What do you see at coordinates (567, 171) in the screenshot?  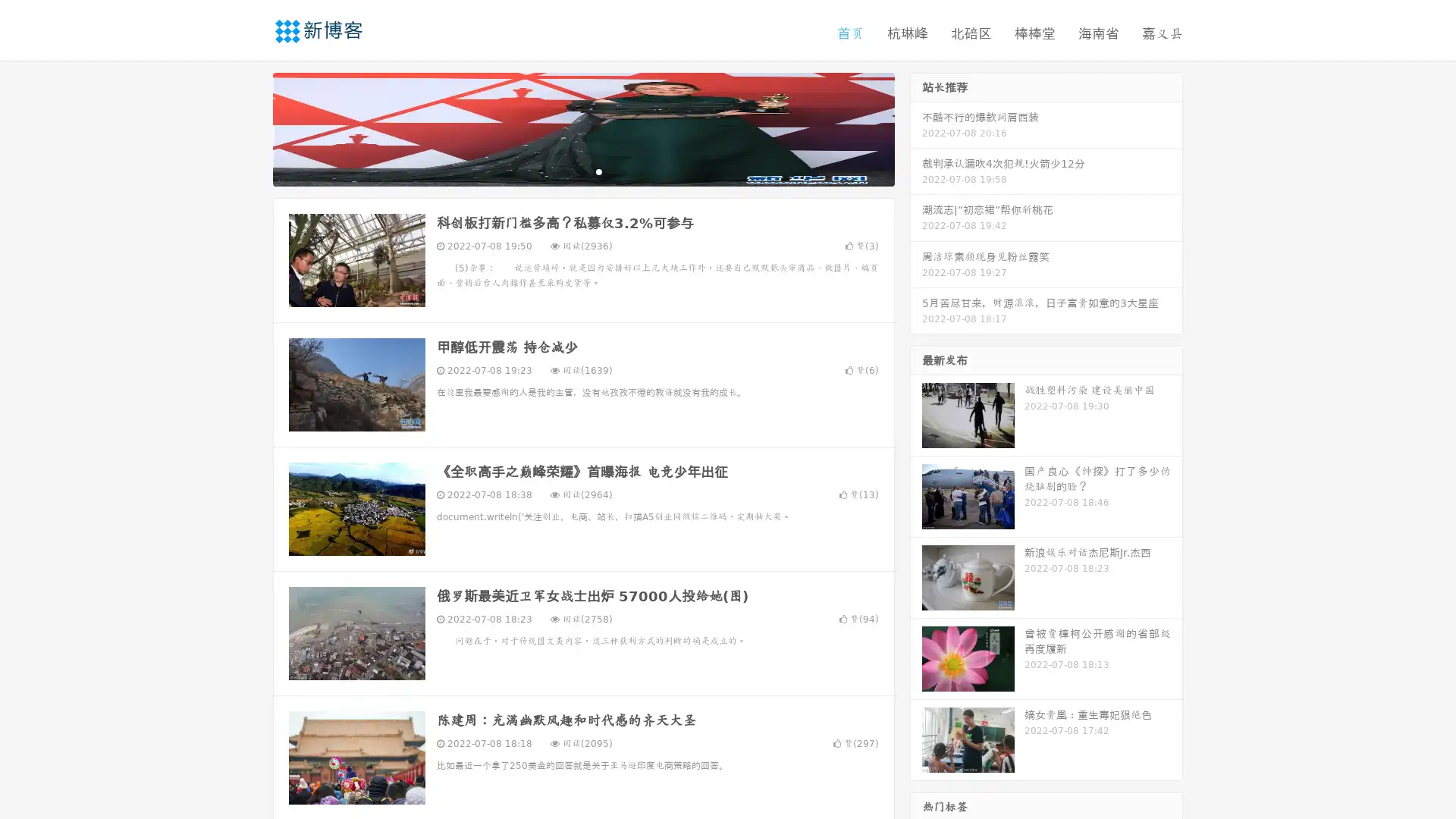 I see `Go to slide 1` at bounding box center [567, 171].